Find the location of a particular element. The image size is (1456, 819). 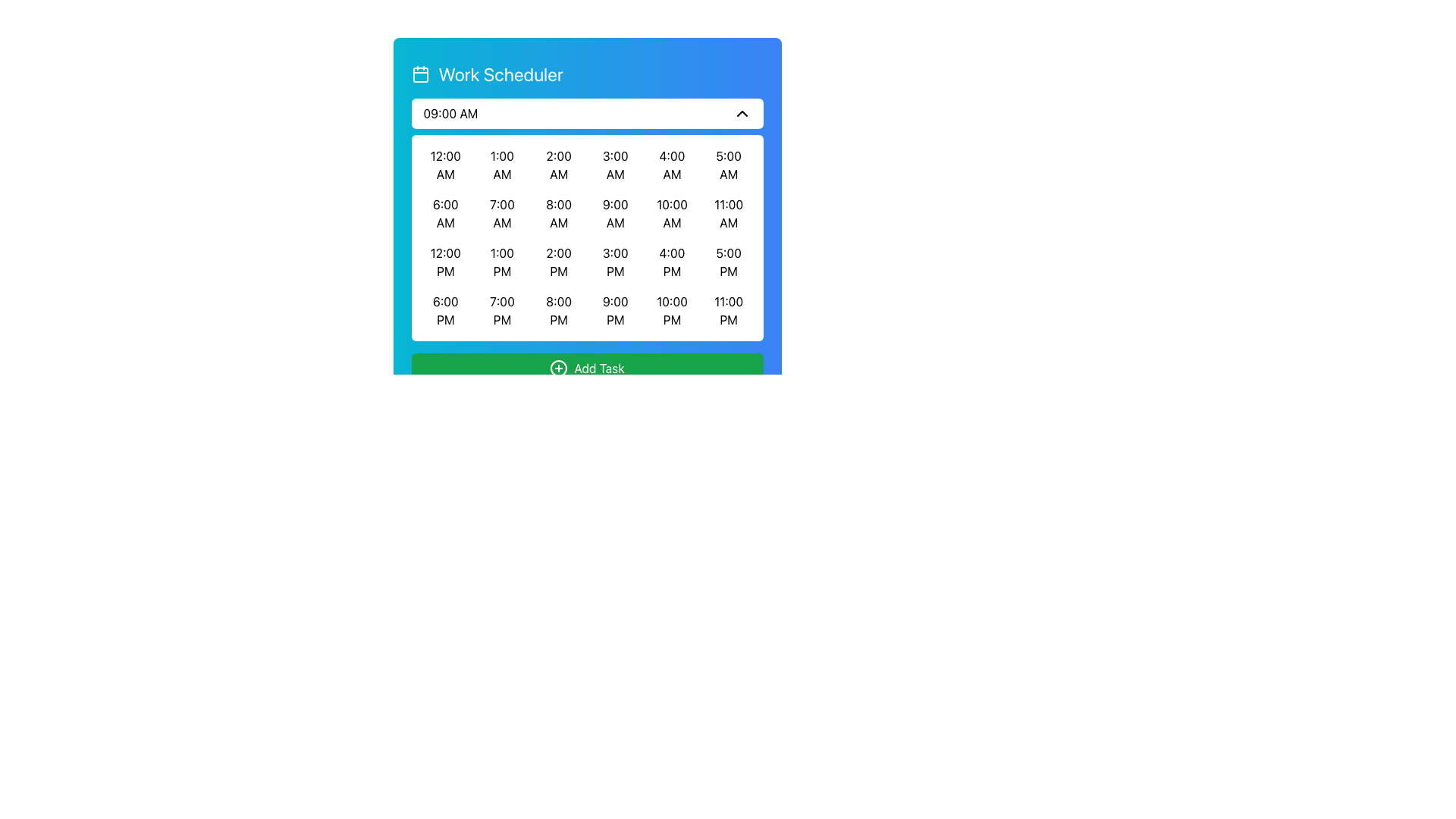

the Dropdown Selector labeled '09:00 AM' is located at coordinates (586, 113).